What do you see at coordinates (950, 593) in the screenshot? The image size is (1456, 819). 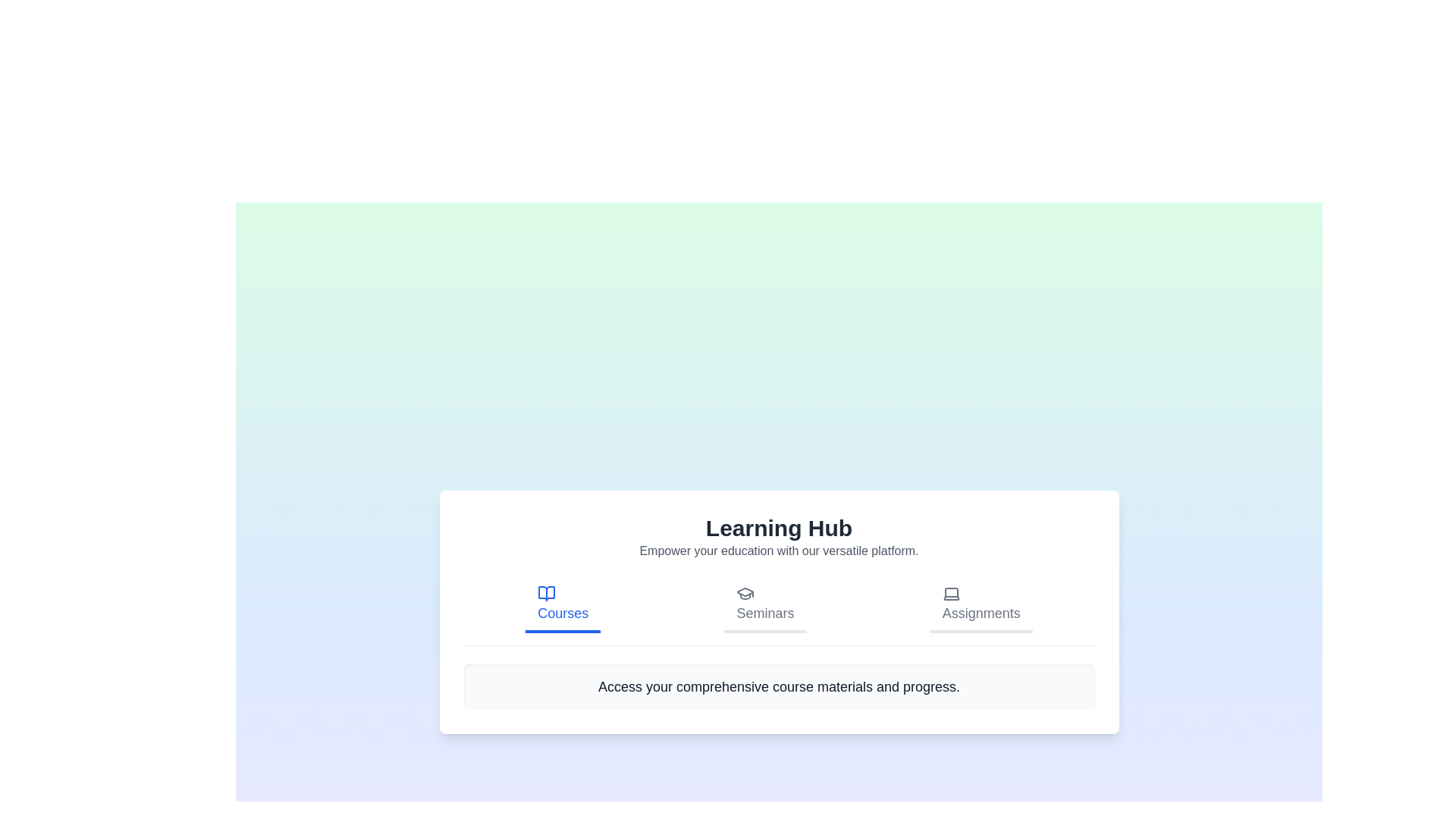 I see `the laptop icon located in the 'Assignments' category at the bottom-right area of the main content section` at bounding box center [950, 593].